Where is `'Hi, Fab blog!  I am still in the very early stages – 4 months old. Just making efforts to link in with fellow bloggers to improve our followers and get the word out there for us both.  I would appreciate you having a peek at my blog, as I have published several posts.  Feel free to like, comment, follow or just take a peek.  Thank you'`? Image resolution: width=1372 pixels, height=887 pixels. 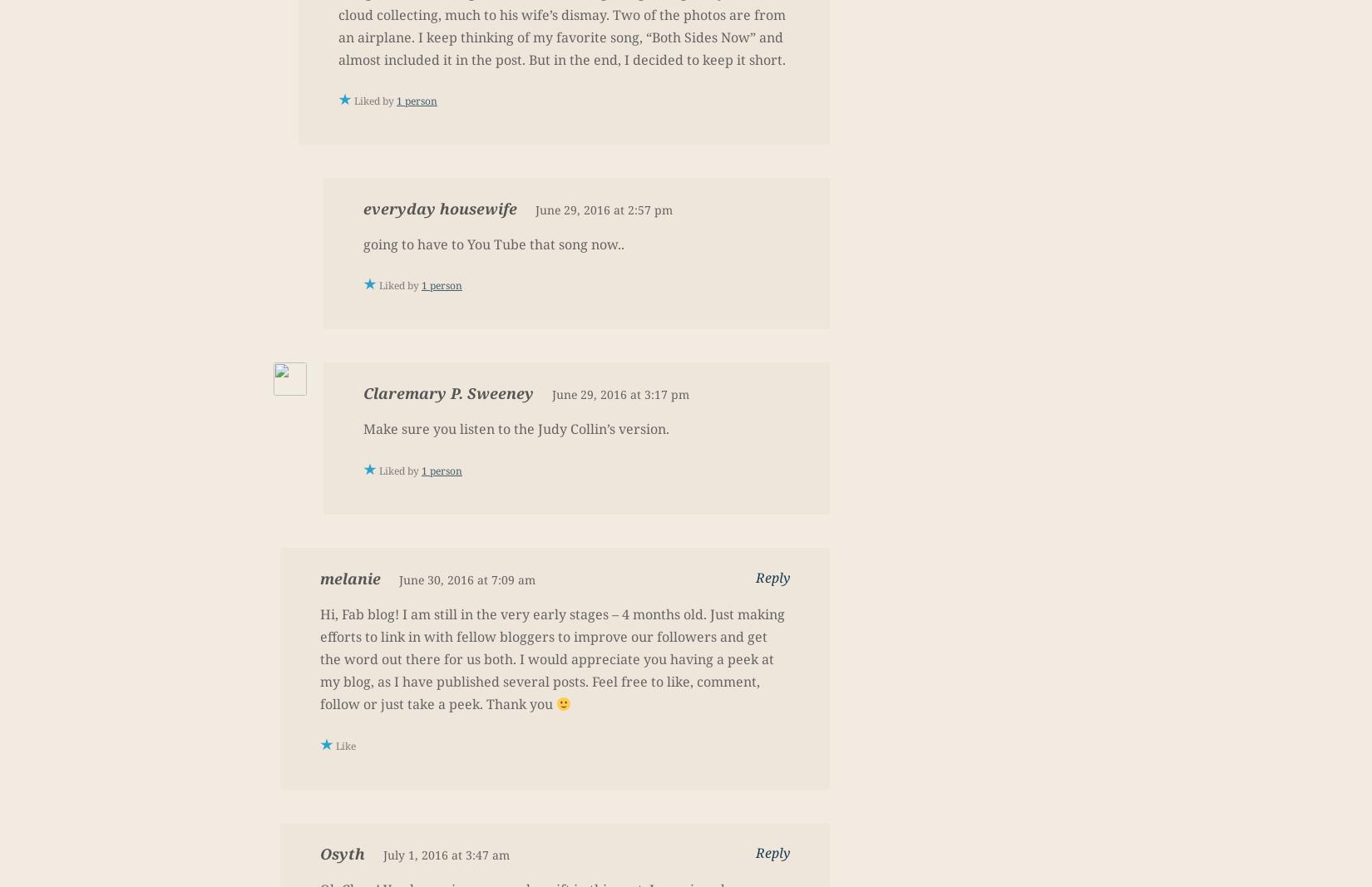
'Hi, Fab blog!  I am still in the very early stages – 4 months old. Just making efforts to link in with fellow bloggers to improve our followers and get the word out there for us both.  I would appreciate you having a peek at my blog, as I have published several posts.  Feel free to like, comment, follow or just take a peek.  Thank you' is located at coordinates (319, 658).